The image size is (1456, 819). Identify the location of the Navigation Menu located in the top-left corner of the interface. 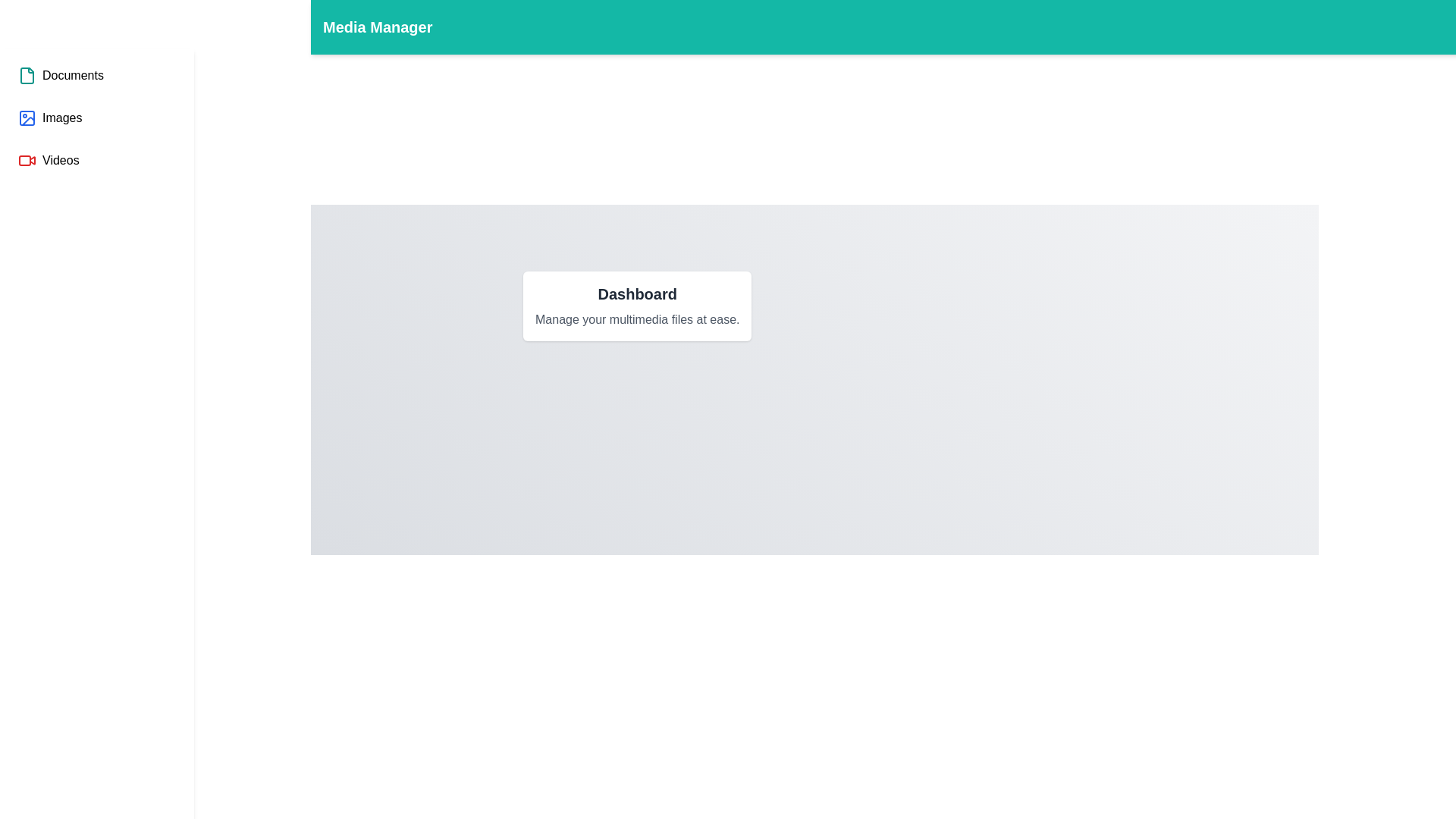
(96, 117).